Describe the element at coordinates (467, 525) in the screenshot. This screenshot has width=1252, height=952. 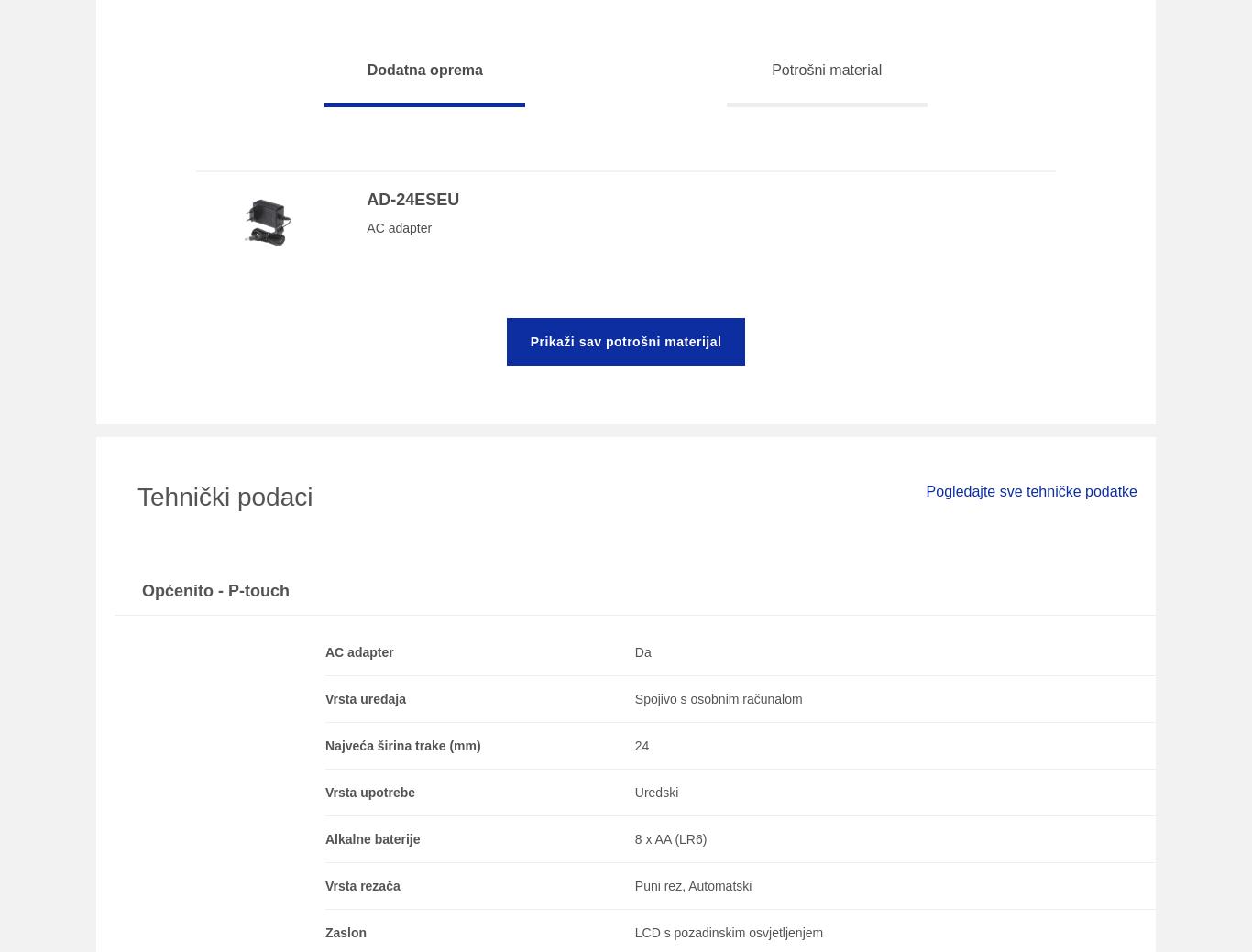
I see `'Često postavljana pitanja (FAQ) i priručnici'` at that location.